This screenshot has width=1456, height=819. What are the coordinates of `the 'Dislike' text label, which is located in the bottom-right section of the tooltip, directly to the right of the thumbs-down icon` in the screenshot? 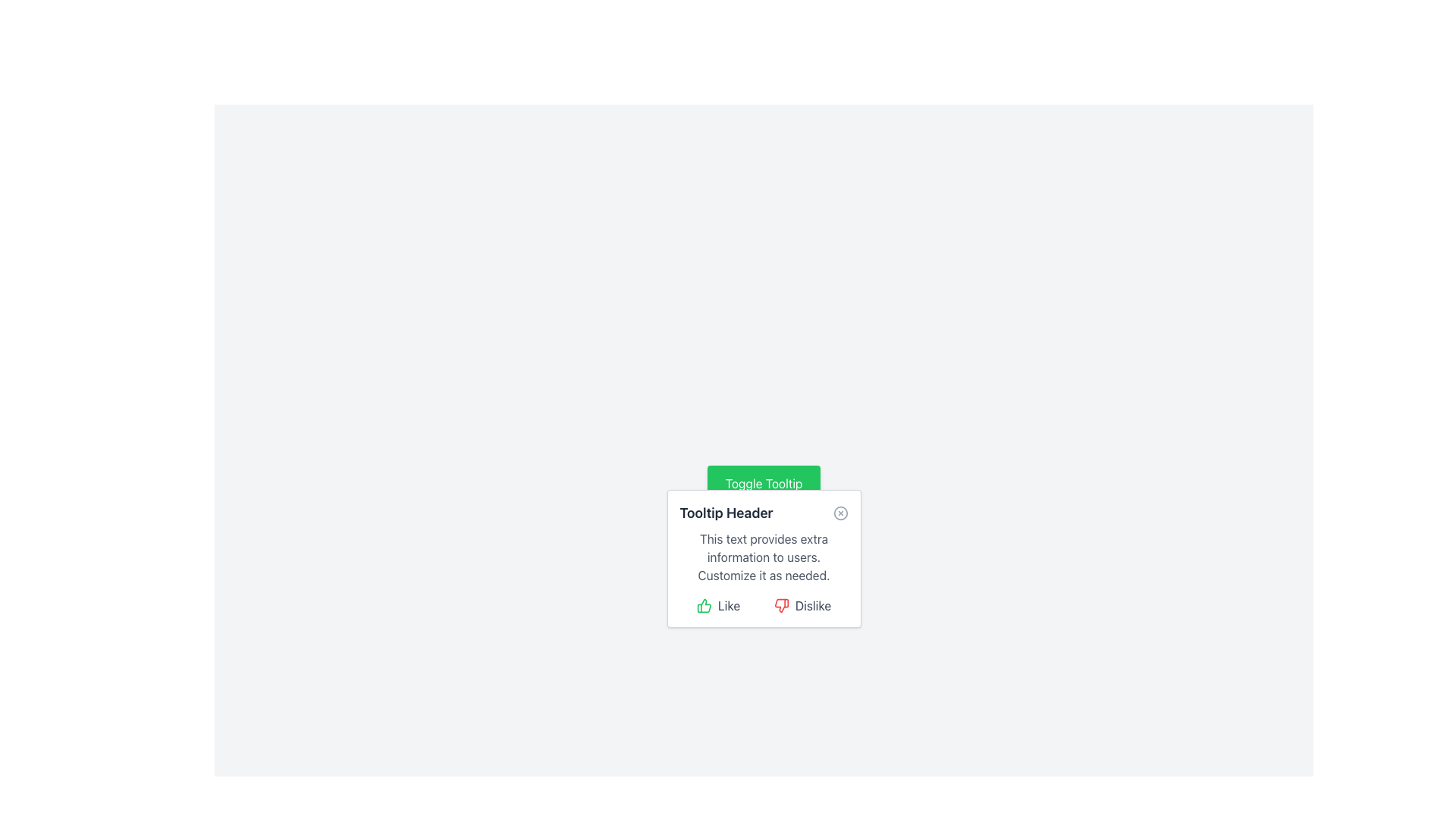 It's located at (812, 604).